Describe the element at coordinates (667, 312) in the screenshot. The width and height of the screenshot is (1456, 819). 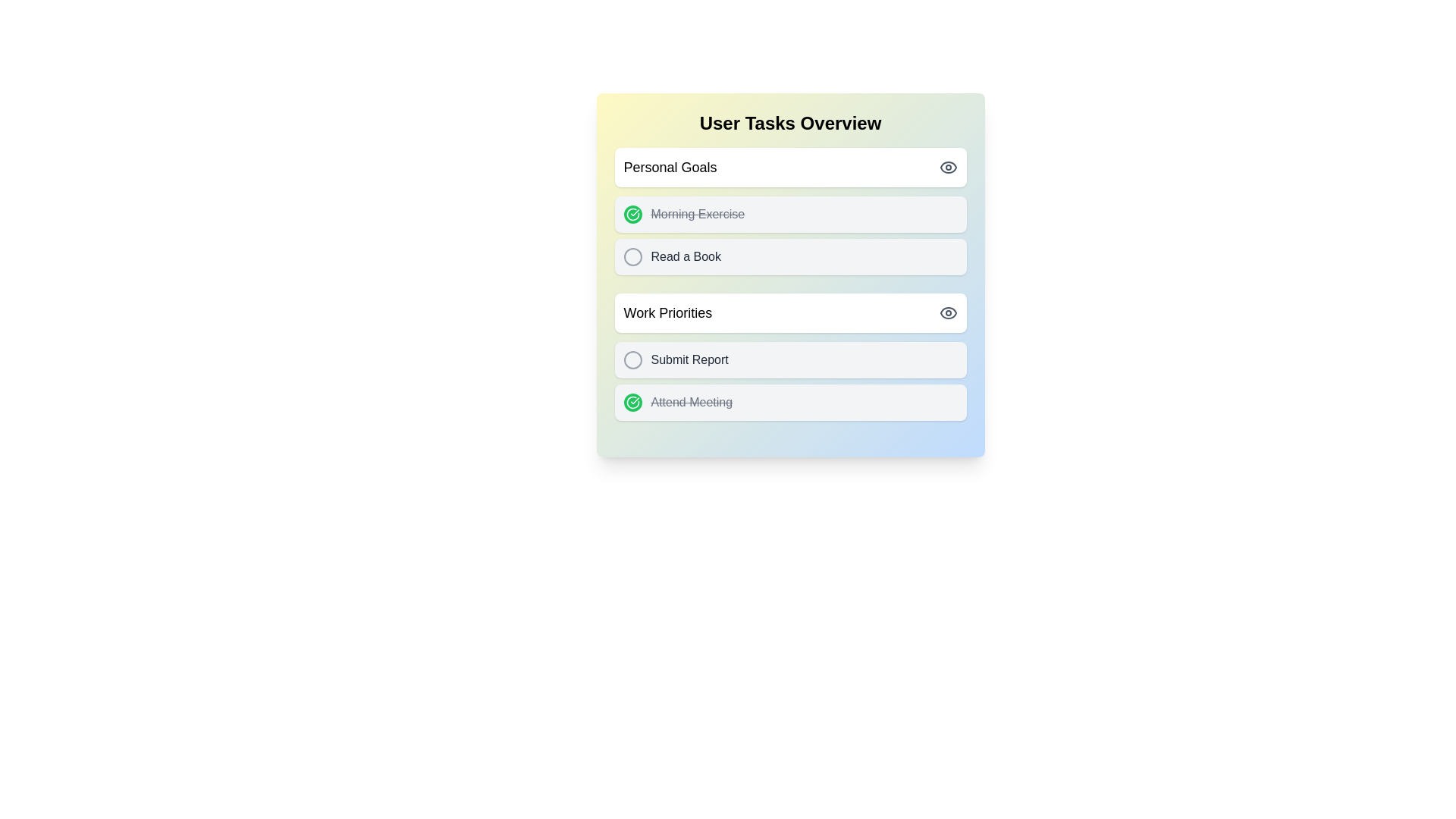
I see `the Text Label that identifies the third task in the 'User Tasks Overview', which is centrally aligned and positioned between 'Read a Book' and 'Submit Report'` at that location.